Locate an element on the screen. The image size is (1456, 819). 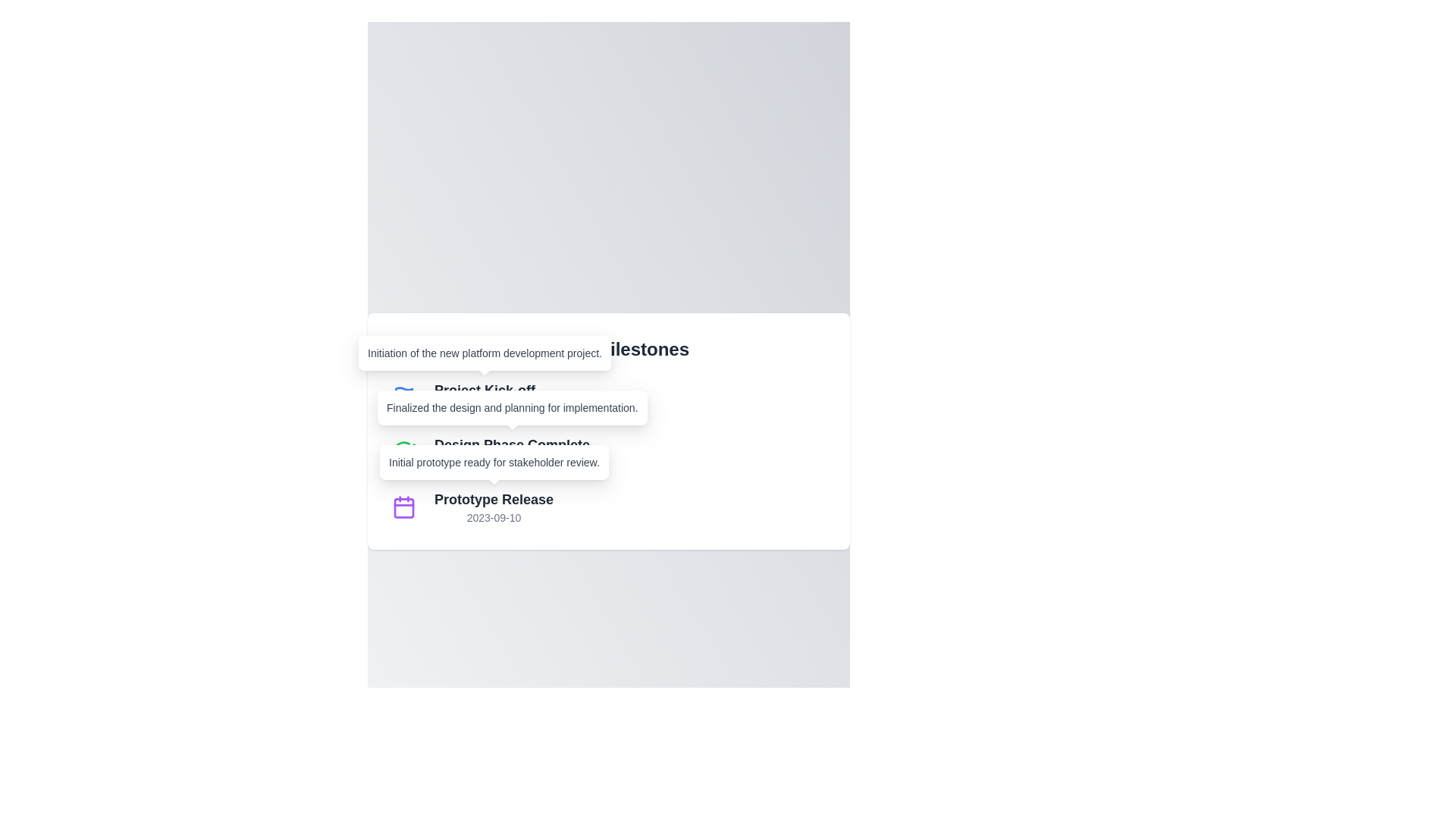
the static text label displaying the date associated with 'Prototype Release', located below the header in the lower-right quadrant is located at coordinates (494, 516).